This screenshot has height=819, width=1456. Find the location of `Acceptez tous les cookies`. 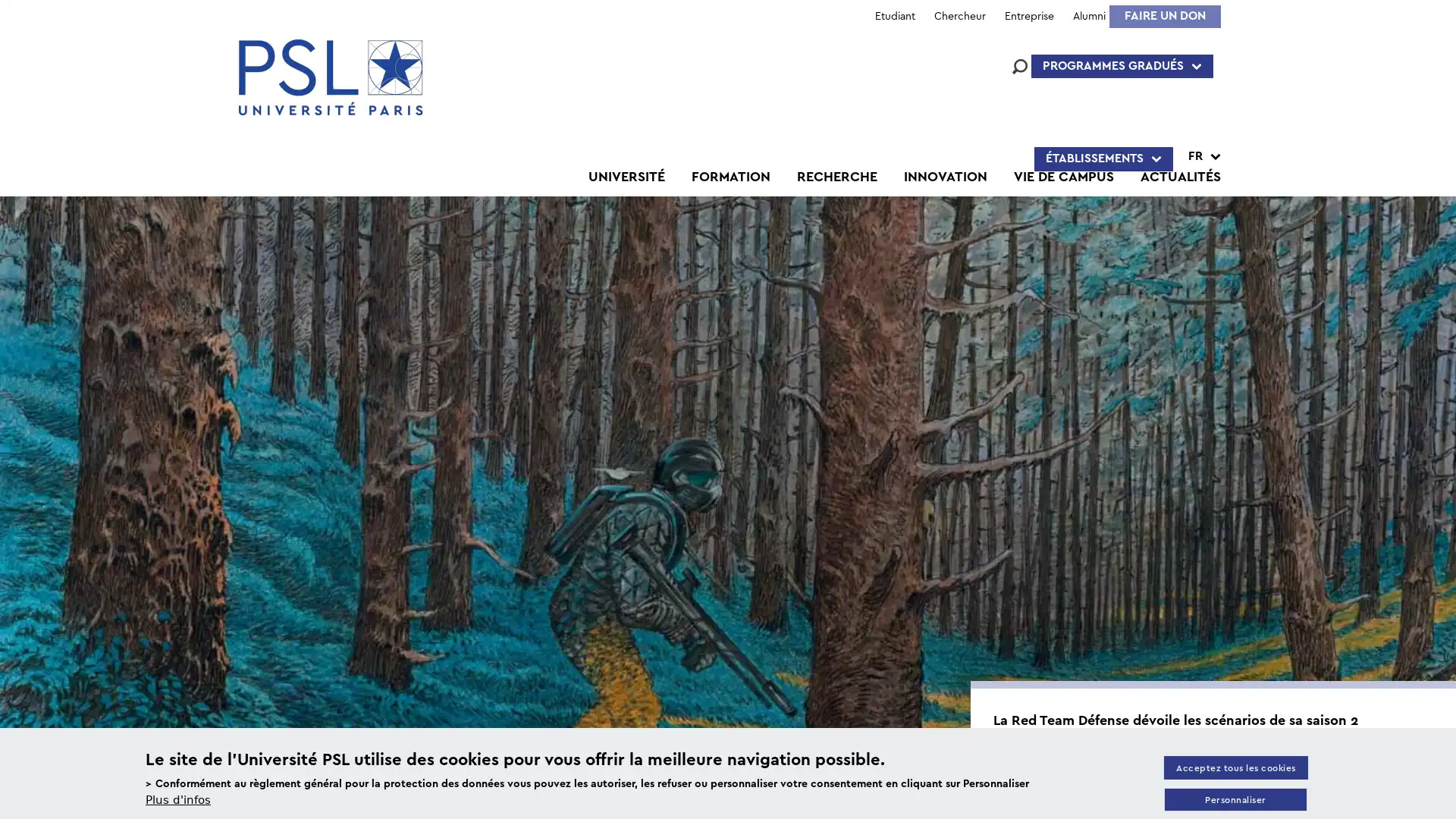

Acceptez tous les cookies is located at coordinates (1234, 767).